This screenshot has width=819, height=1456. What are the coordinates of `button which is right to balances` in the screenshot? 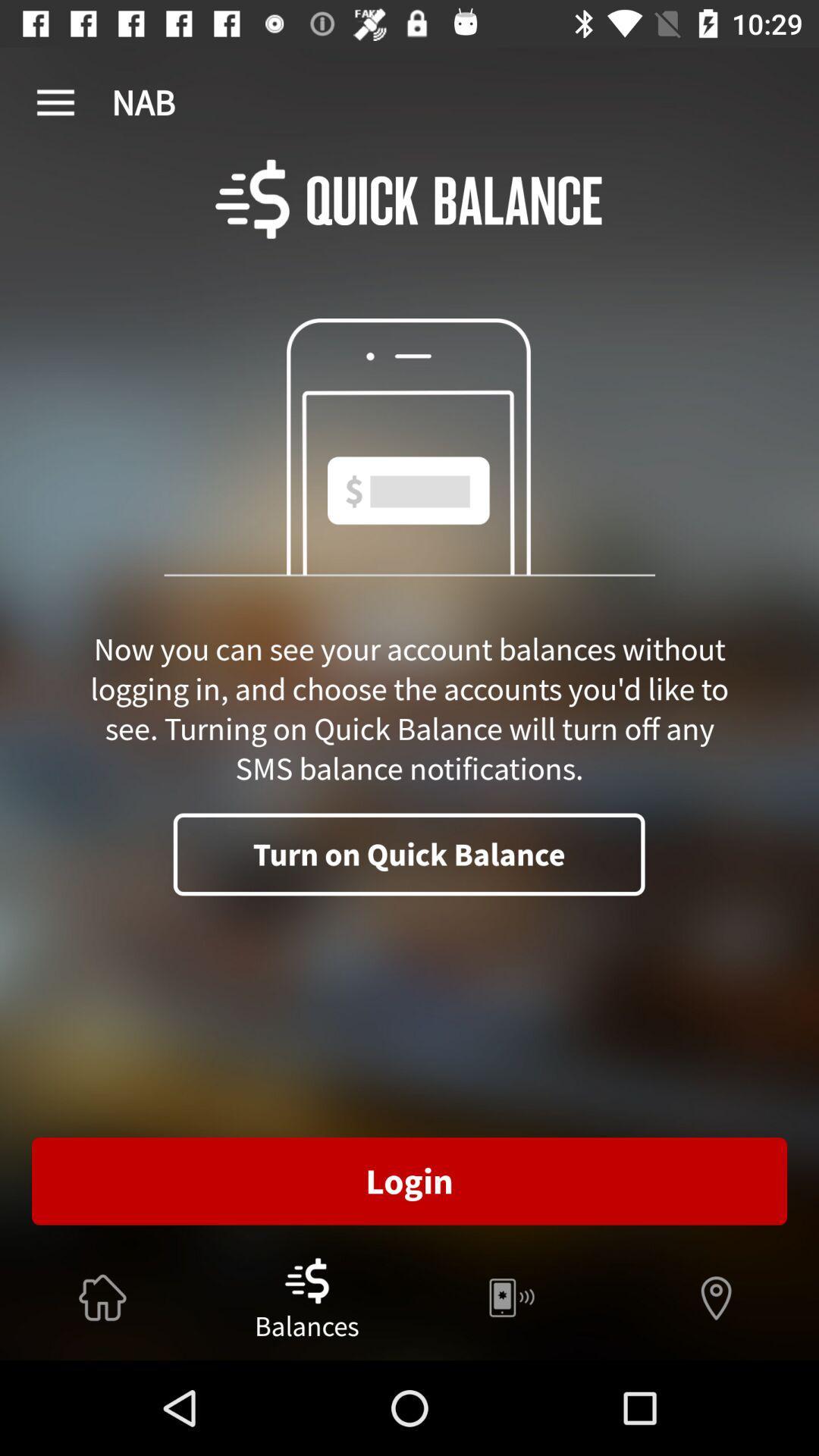 It's located at (512, 1297).